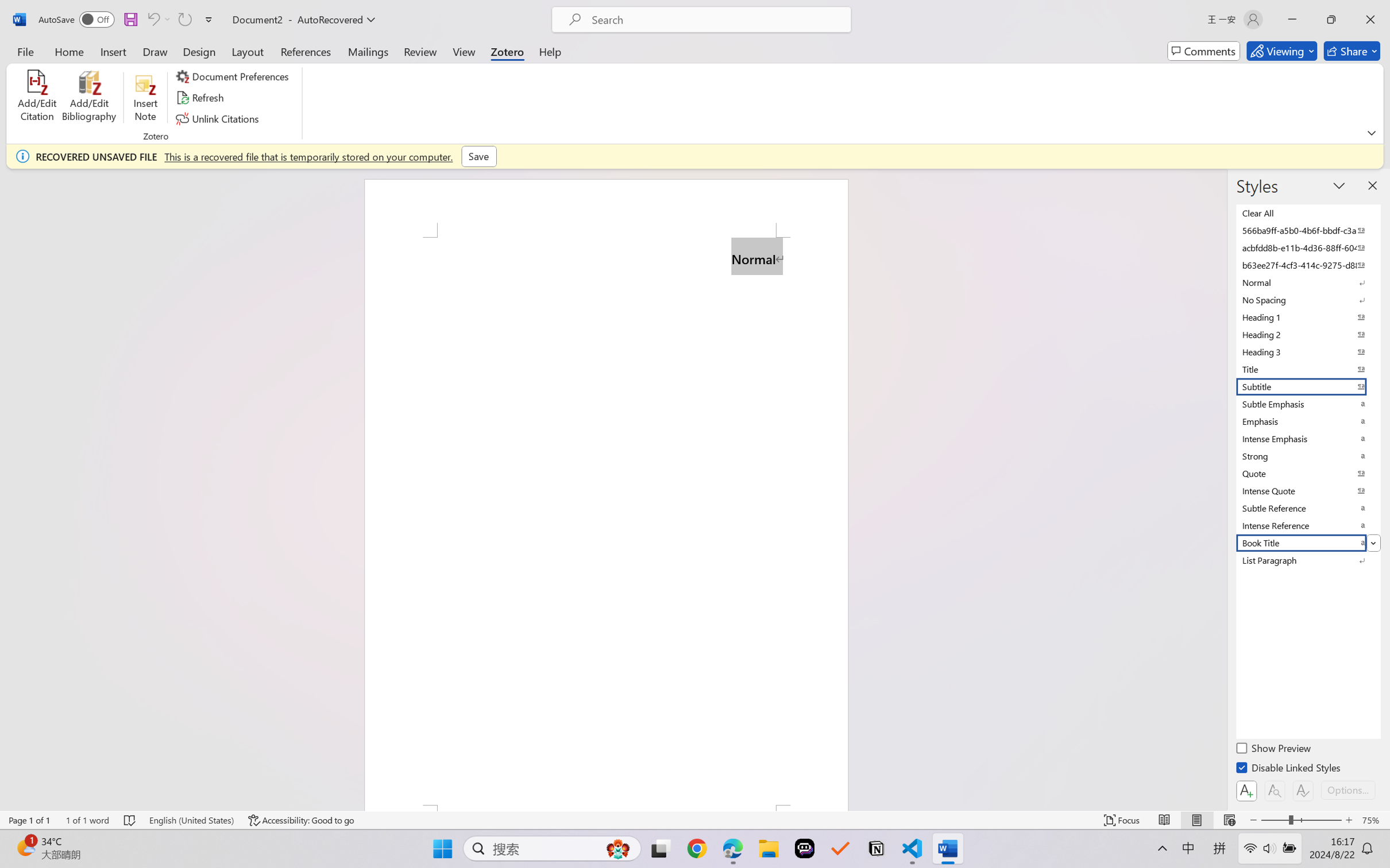  I want to click on '566ba9ff-a5b0-4b6f-bbdf-c3ab41993fc2', so click(1307, 230).